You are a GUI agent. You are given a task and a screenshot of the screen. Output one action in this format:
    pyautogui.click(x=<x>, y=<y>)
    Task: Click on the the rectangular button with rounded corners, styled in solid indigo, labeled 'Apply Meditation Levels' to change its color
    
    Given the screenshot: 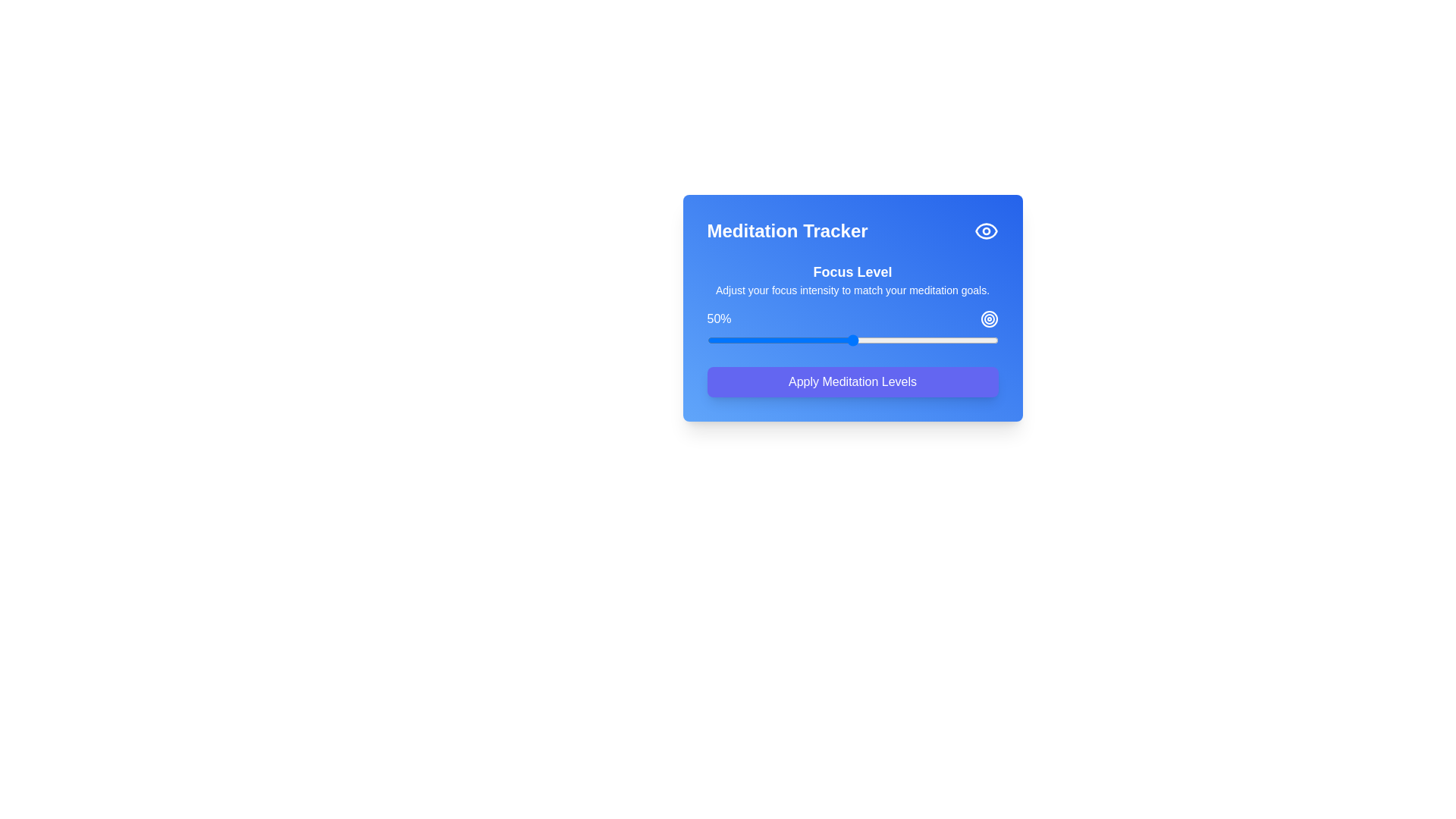 What is the action you would take?
    pyautogui.click(x=852, y=381)
    